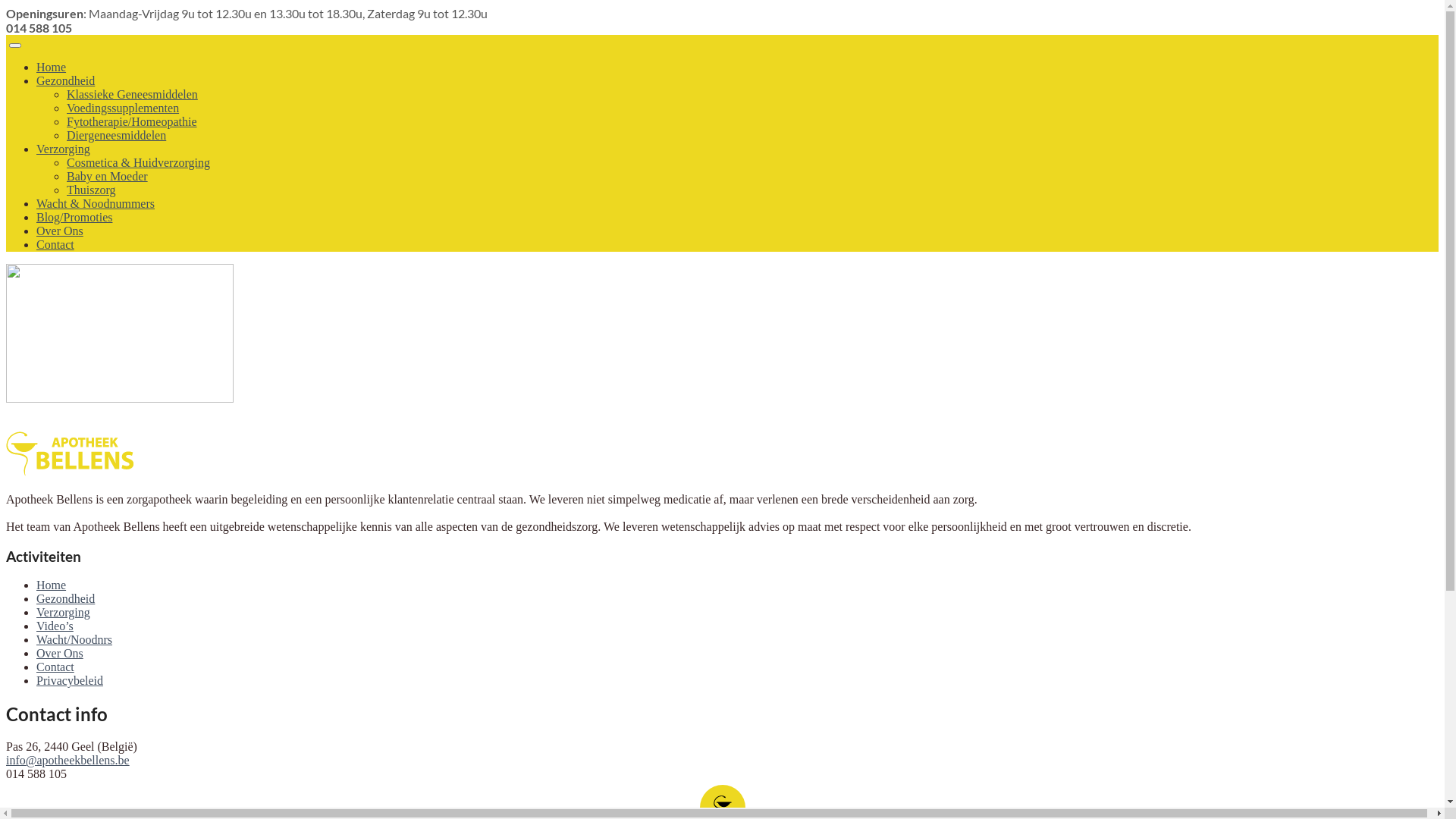 The width and height of the screenshot is (1456, 819). Describe the element at coordinates (73, 217) in the screenshot. I see `'Blog/Promoties'` at that location.